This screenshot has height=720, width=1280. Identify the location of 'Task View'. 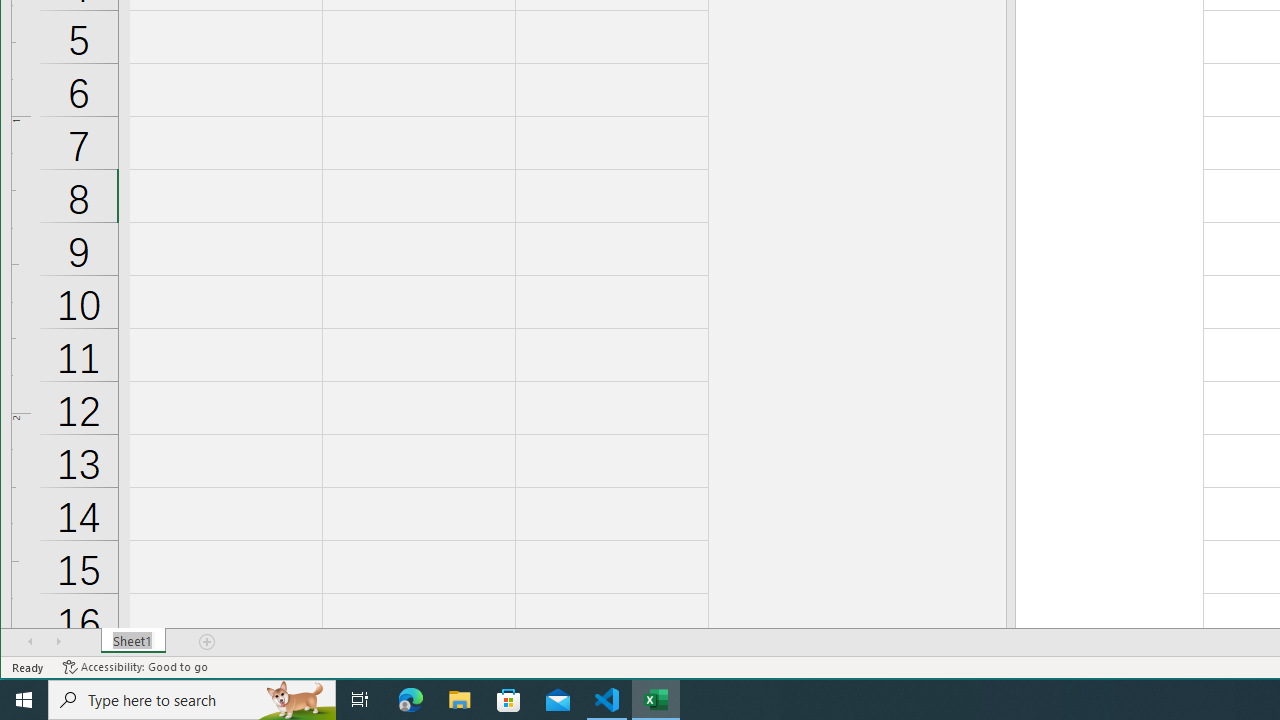
(359, 698).